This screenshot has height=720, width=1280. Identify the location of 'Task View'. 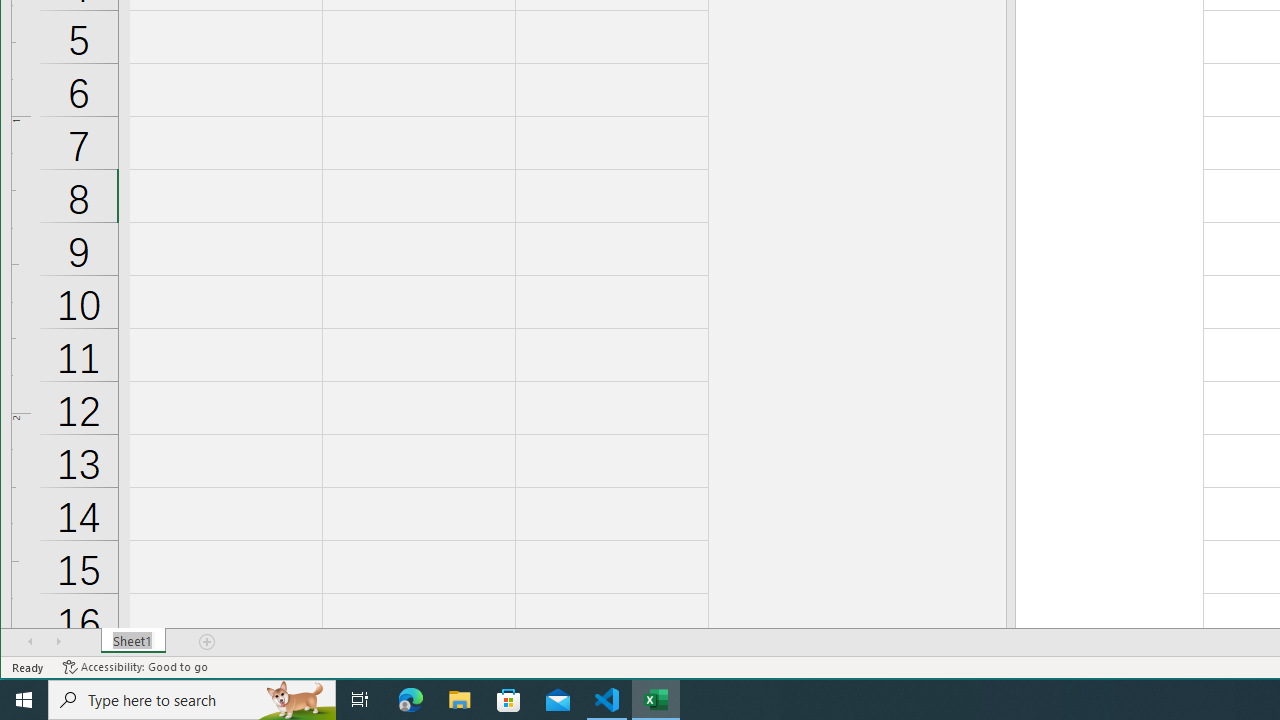
(359, 698).